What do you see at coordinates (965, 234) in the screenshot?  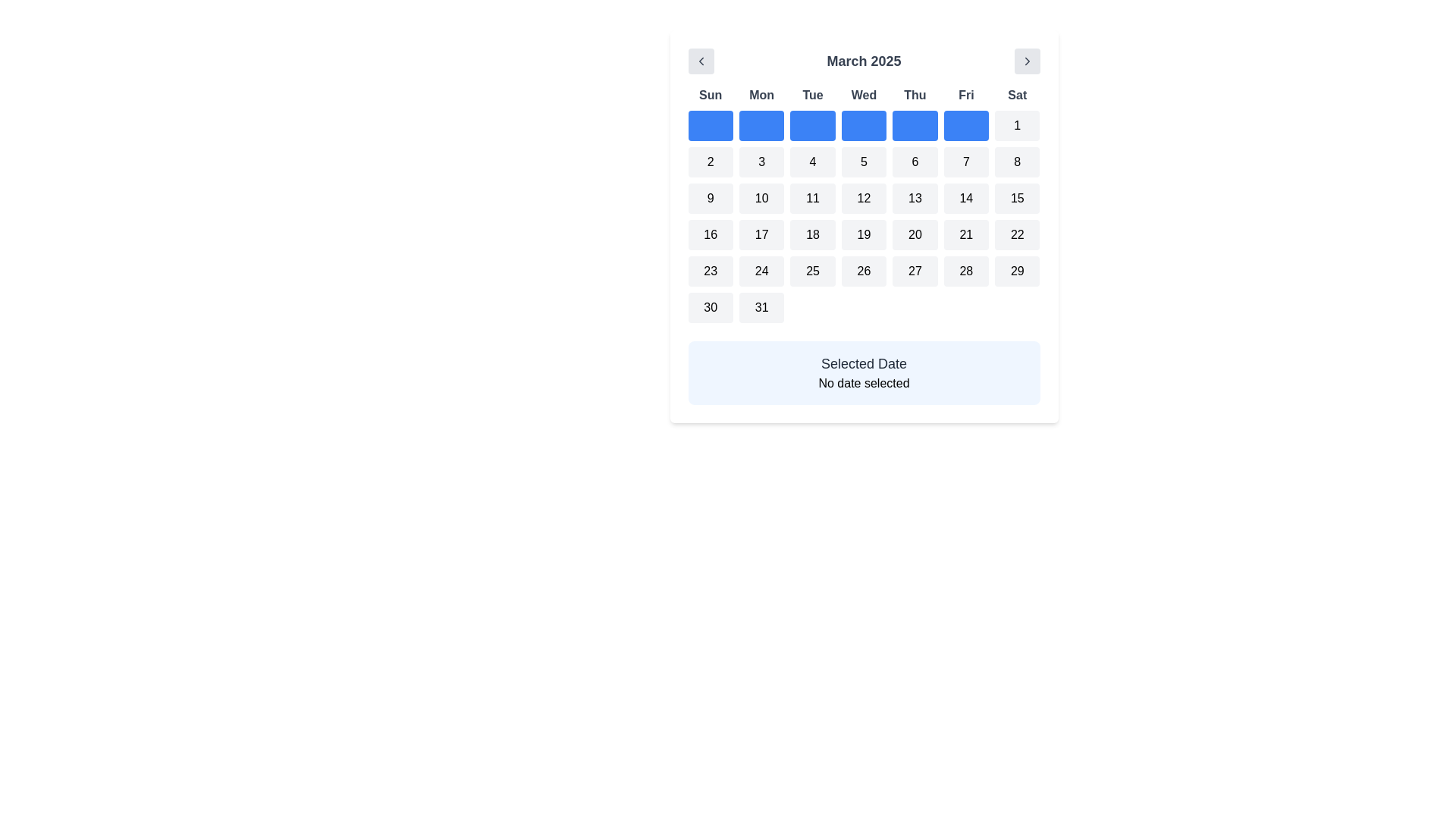 I see `the button representing the date '21' in the calendar located in the sixth row under the 'Fri.' column` at bounding box center [965, 234].